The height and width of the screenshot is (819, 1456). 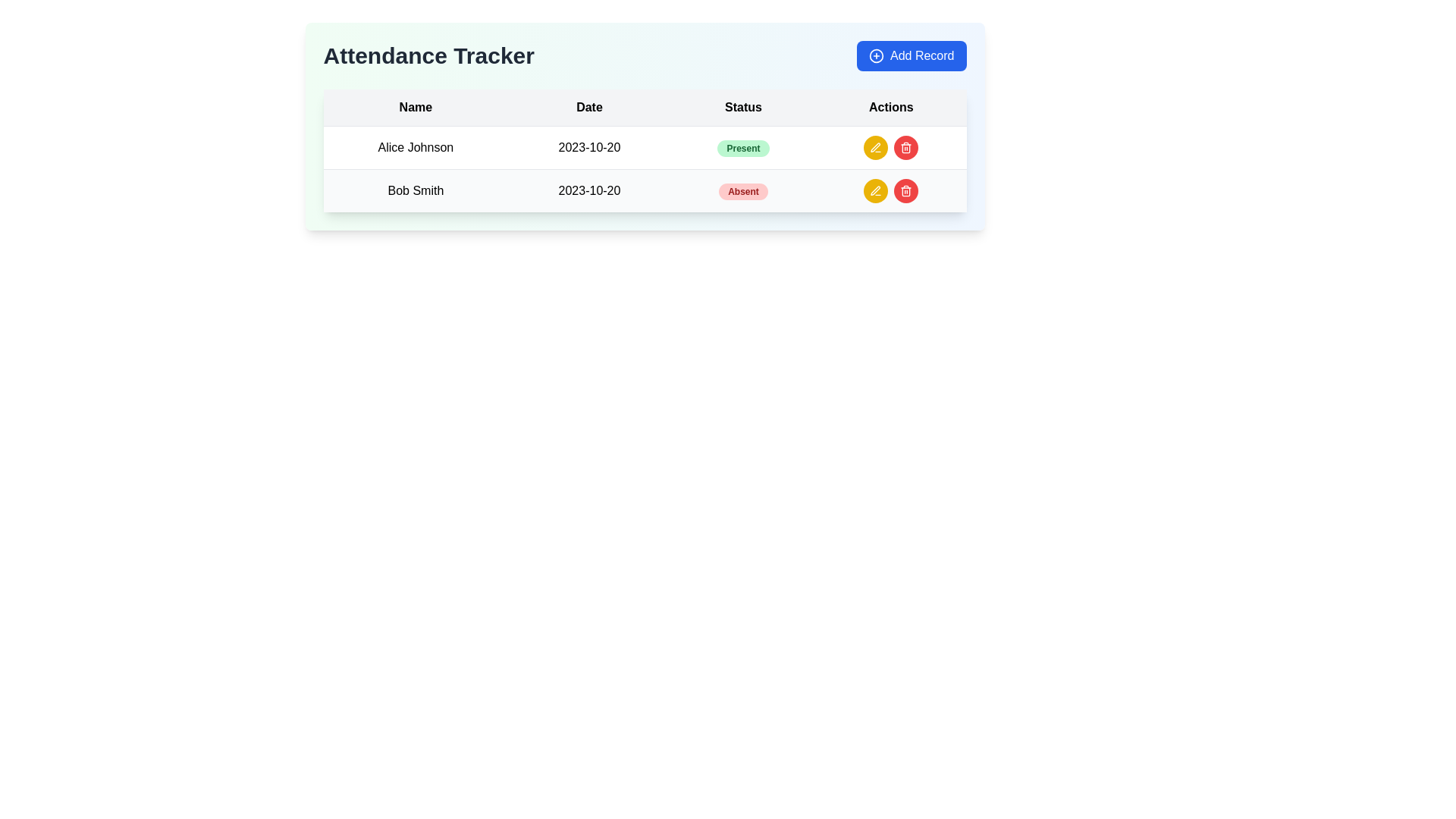 What do you see at coordinates (906, 149) in the screenshot?
I see `the trash can icon in the 'Actions' column of the second row` at bounding box center [906, 149].